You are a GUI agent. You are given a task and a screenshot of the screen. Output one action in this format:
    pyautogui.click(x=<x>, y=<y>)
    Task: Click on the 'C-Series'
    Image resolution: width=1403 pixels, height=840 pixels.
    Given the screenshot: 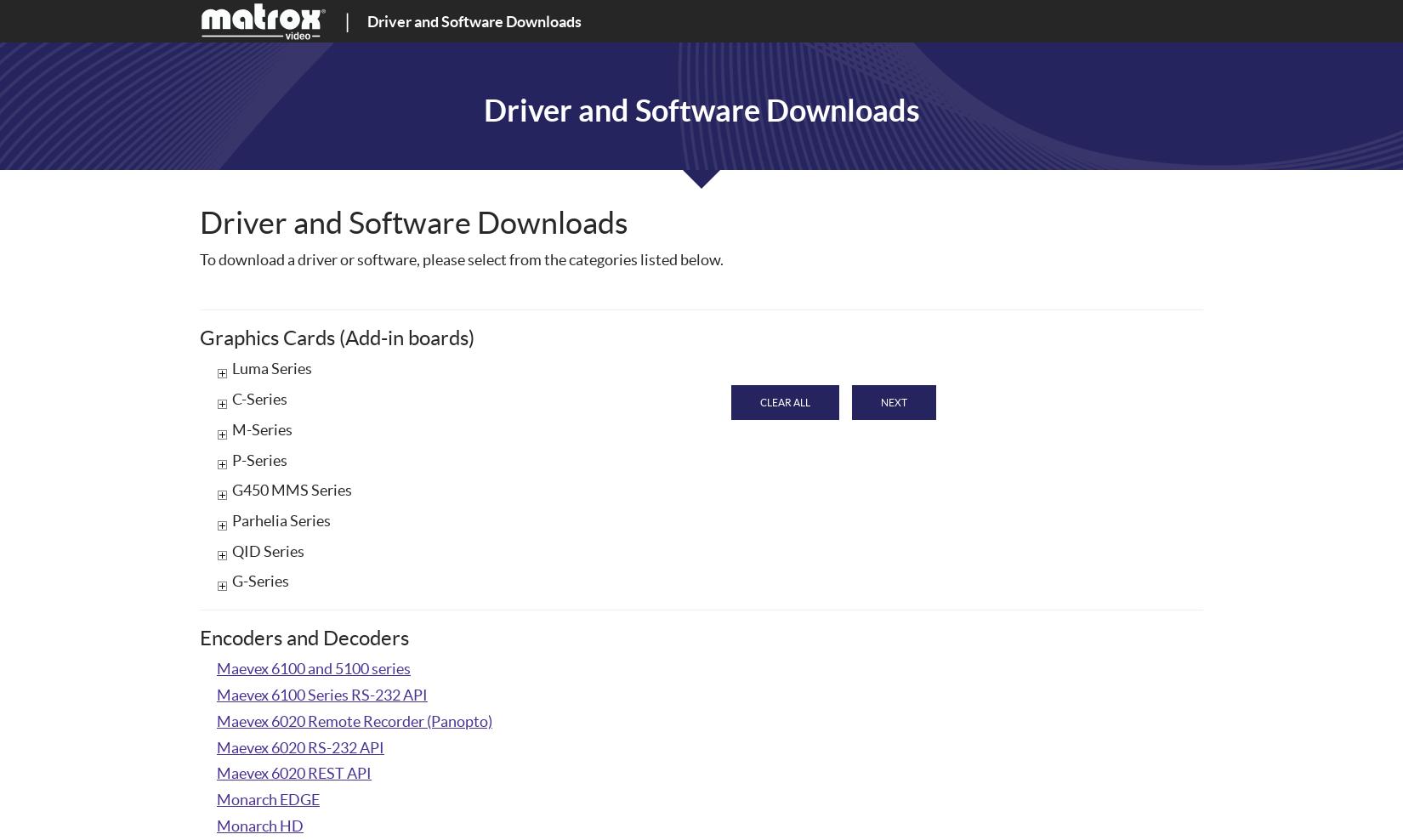 What is the action you would take?
    pyautogui.click(x=259, y=399)
    